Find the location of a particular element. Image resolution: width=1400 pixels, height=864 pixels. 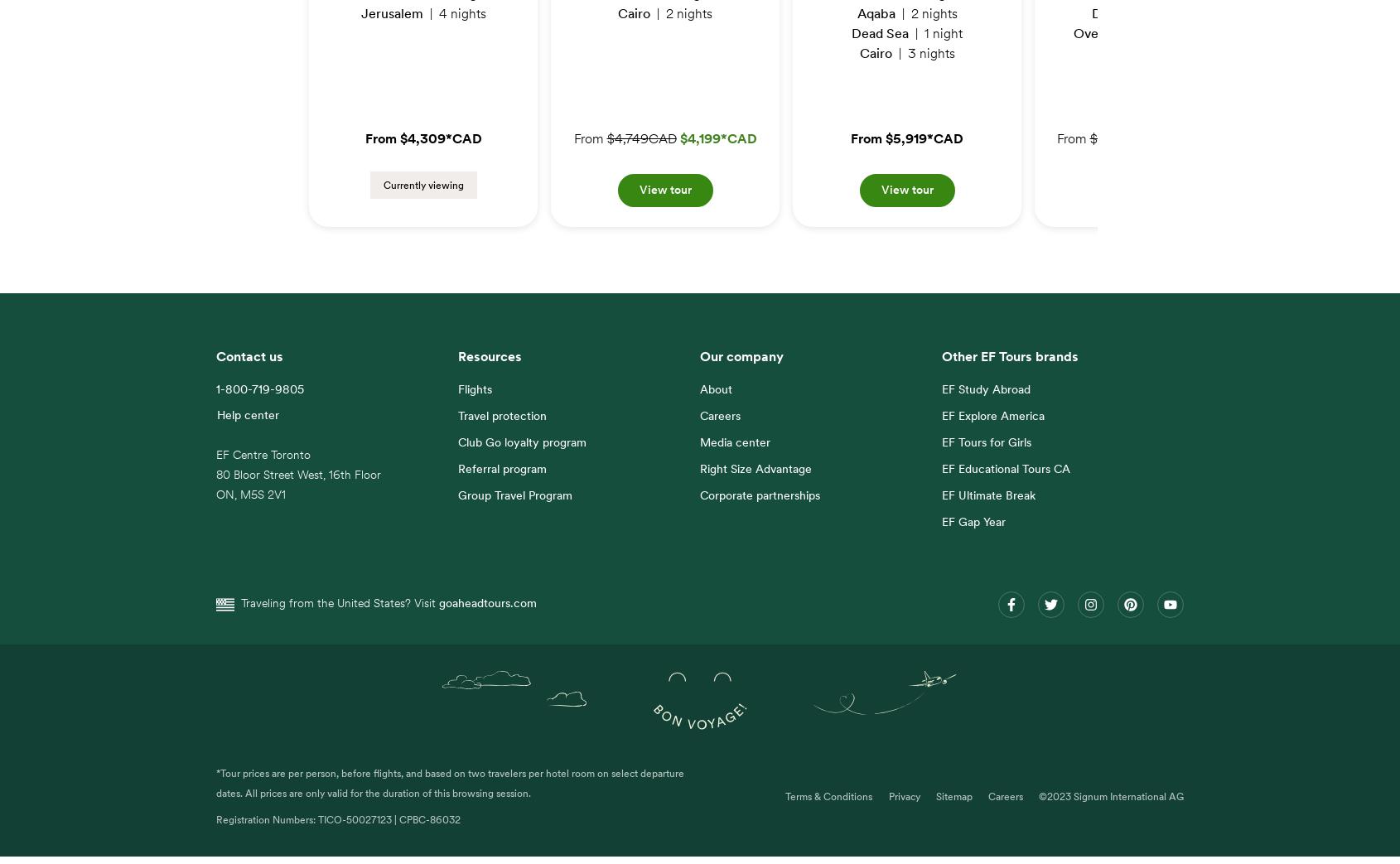

'$4,749' is located at coordinates (625, 147).